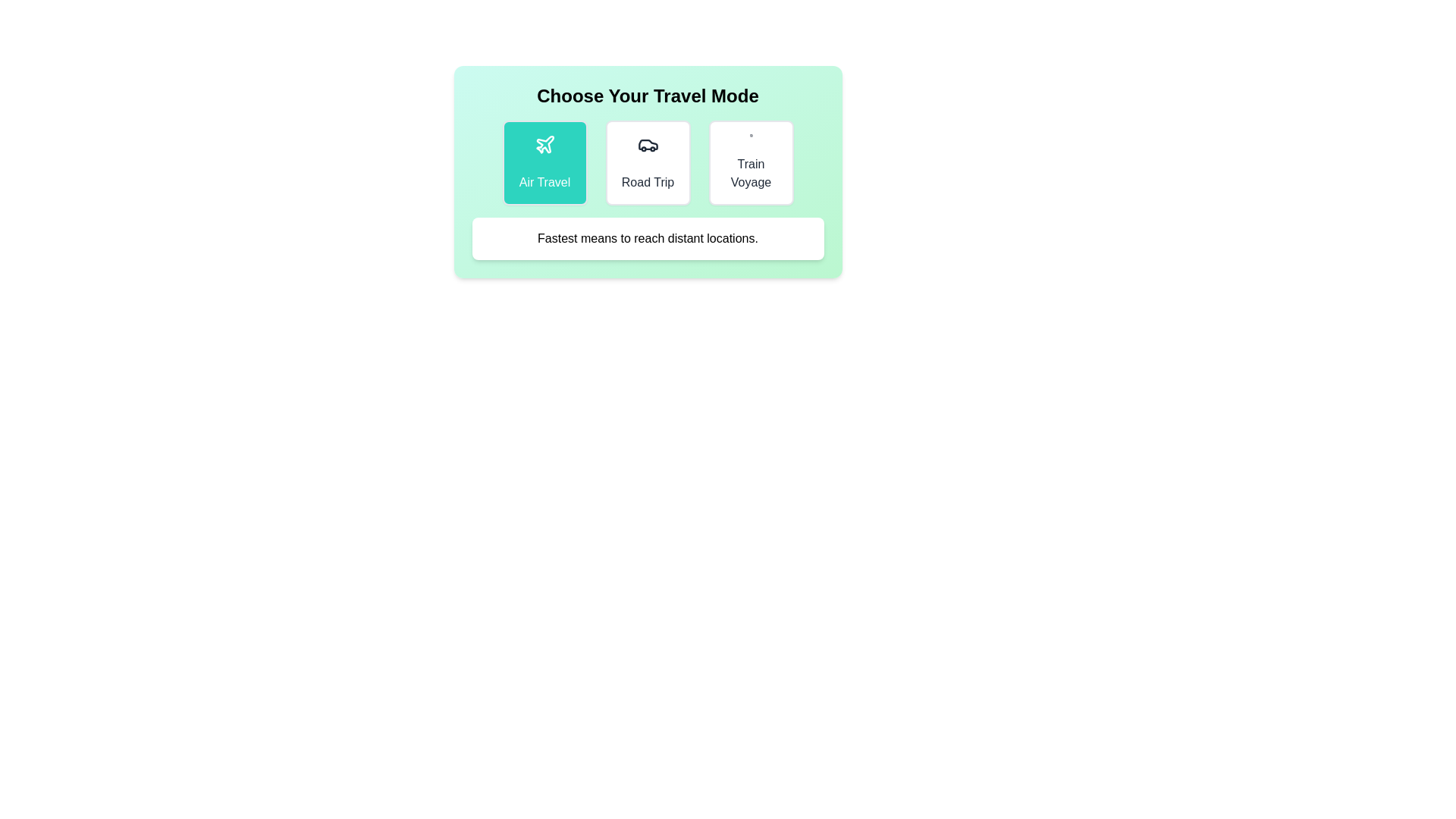  What do you see at coordinates (544, 163) in the screenshot?
I see `the currently selected travel mode to ensure its description is displayed` at bounding box center [544, 163].